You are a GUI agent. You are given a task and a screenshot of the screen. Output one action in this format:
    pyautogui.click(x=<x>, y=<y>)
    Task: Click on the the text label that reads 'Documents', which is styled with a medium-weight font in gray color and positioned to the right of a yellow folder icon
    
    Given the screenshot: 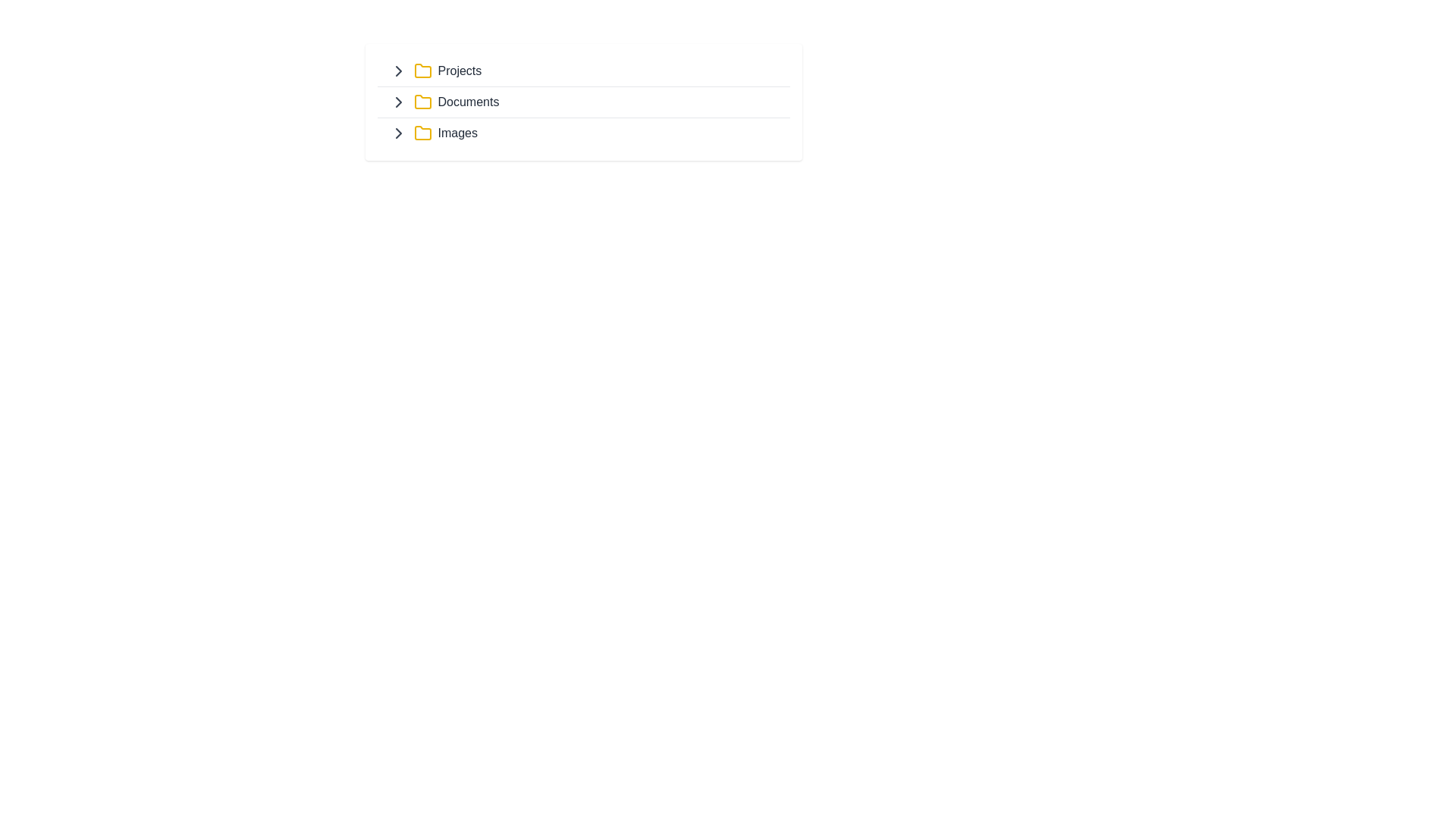 What is the action you would take?
    pyautogui.click(x=468, y=102)
    